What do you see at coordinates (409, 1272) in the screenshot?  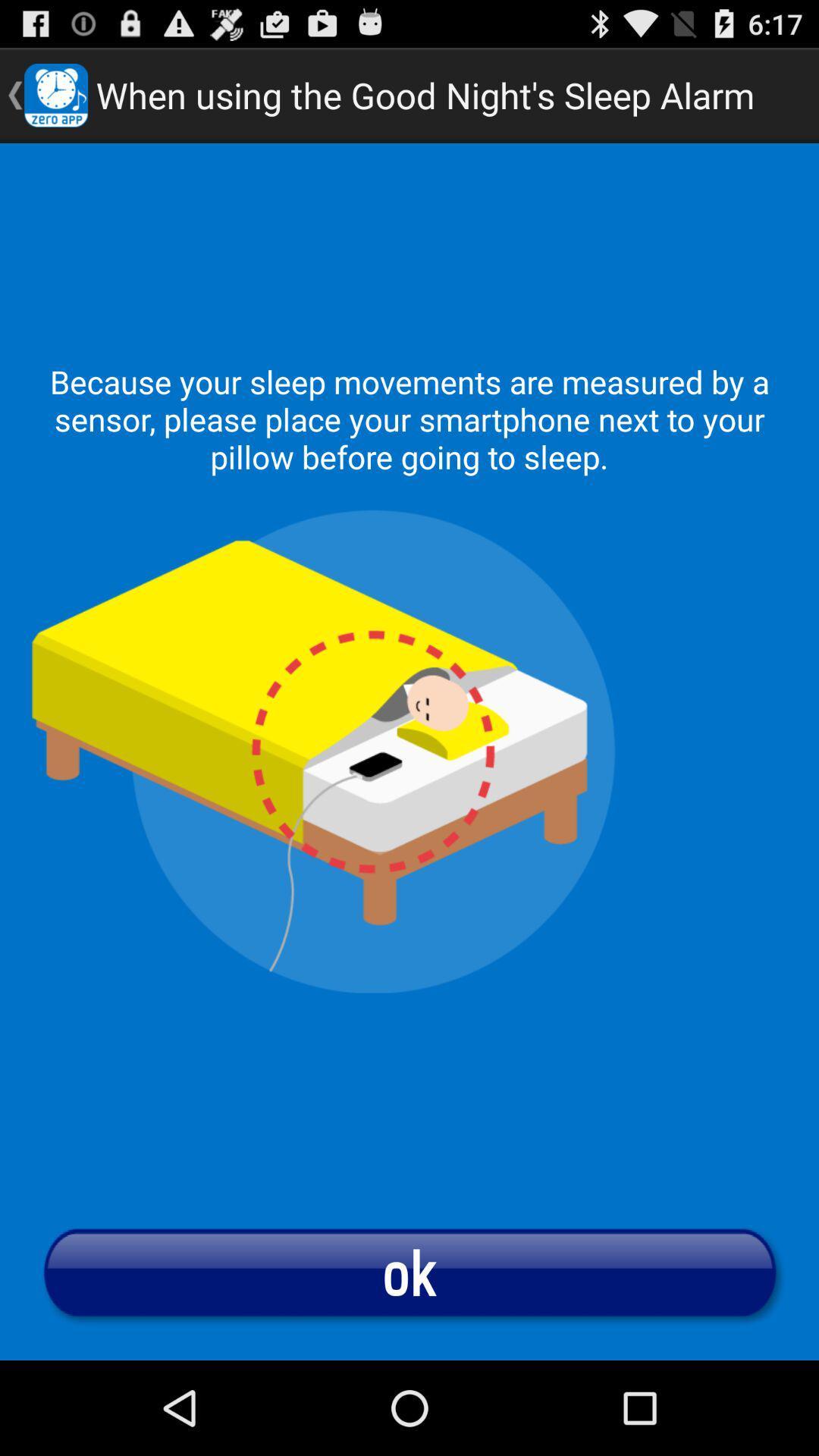 I see `the ok button` at bounding box center [409, 1272].